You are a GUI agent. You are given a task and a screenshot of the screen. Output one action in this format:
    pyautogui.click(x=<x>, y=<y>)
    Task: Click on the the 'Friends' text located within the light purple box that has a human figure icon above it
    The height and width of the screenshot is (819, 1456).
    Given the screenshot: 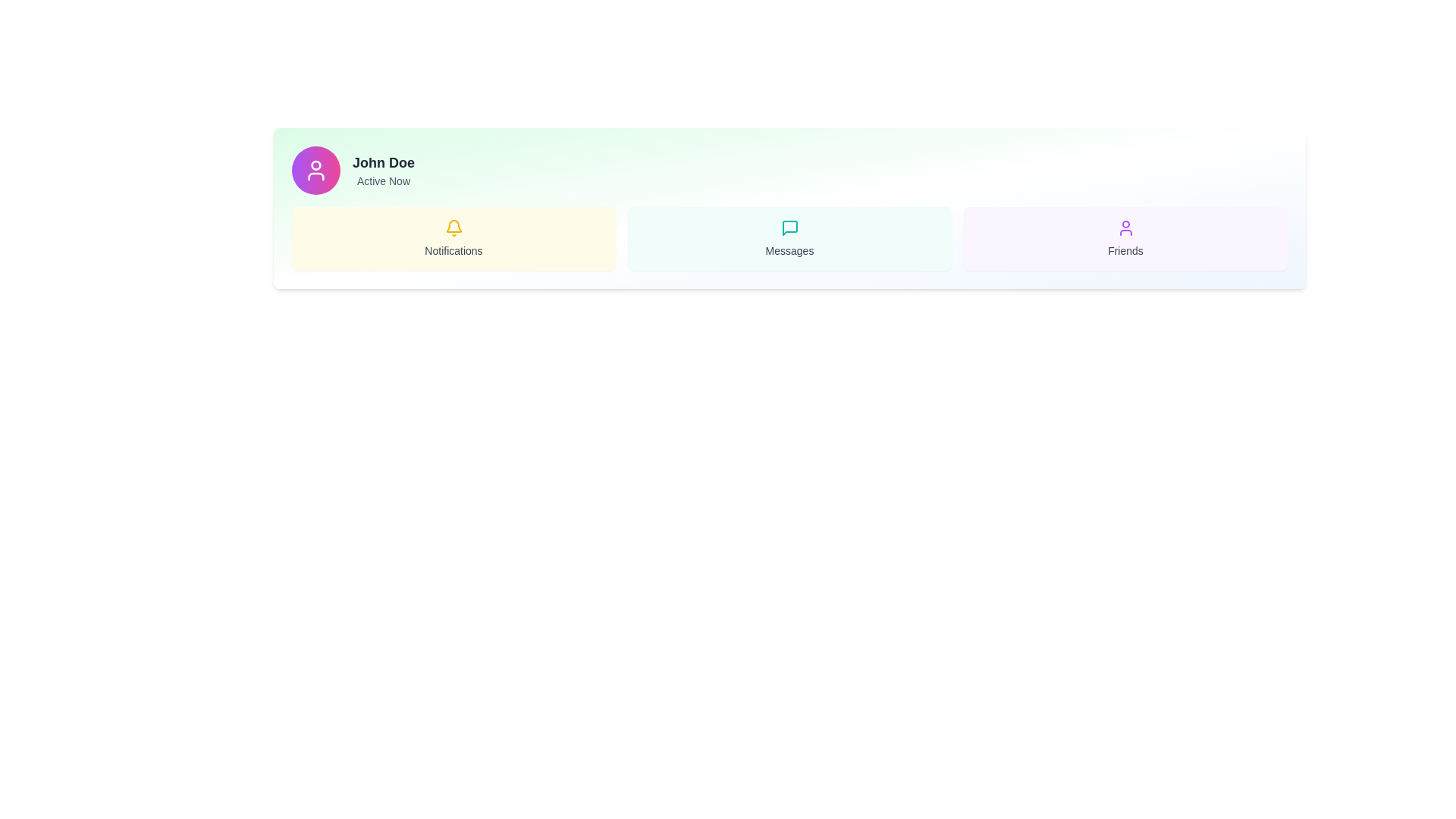 What is the action you would take?
    pyautogui.click(x=1125, y=239)
    